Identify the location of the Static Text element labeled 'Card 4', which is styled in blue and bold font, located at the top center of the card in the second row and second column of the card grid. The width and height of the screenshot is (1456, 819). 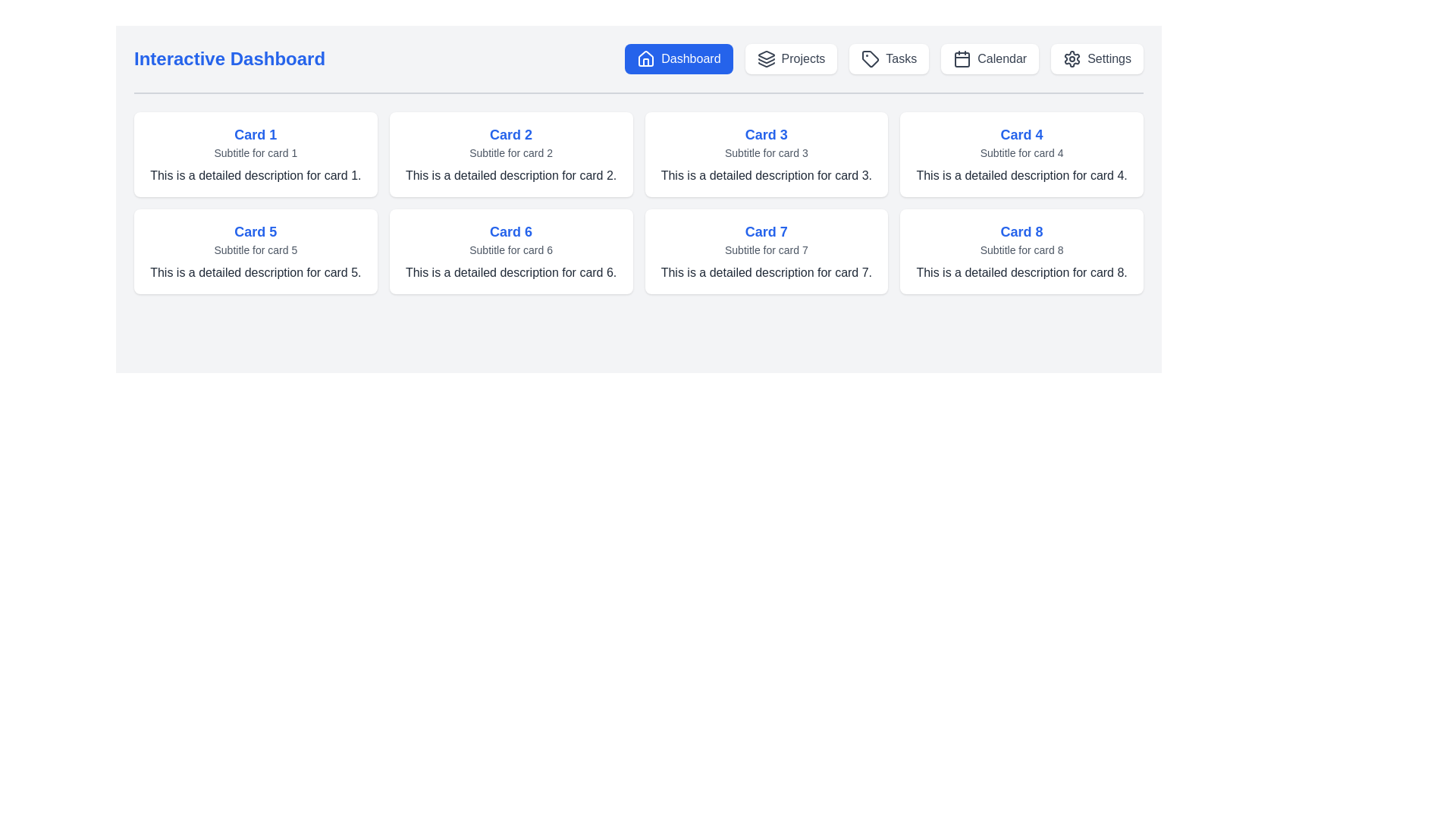
(1021, 133).